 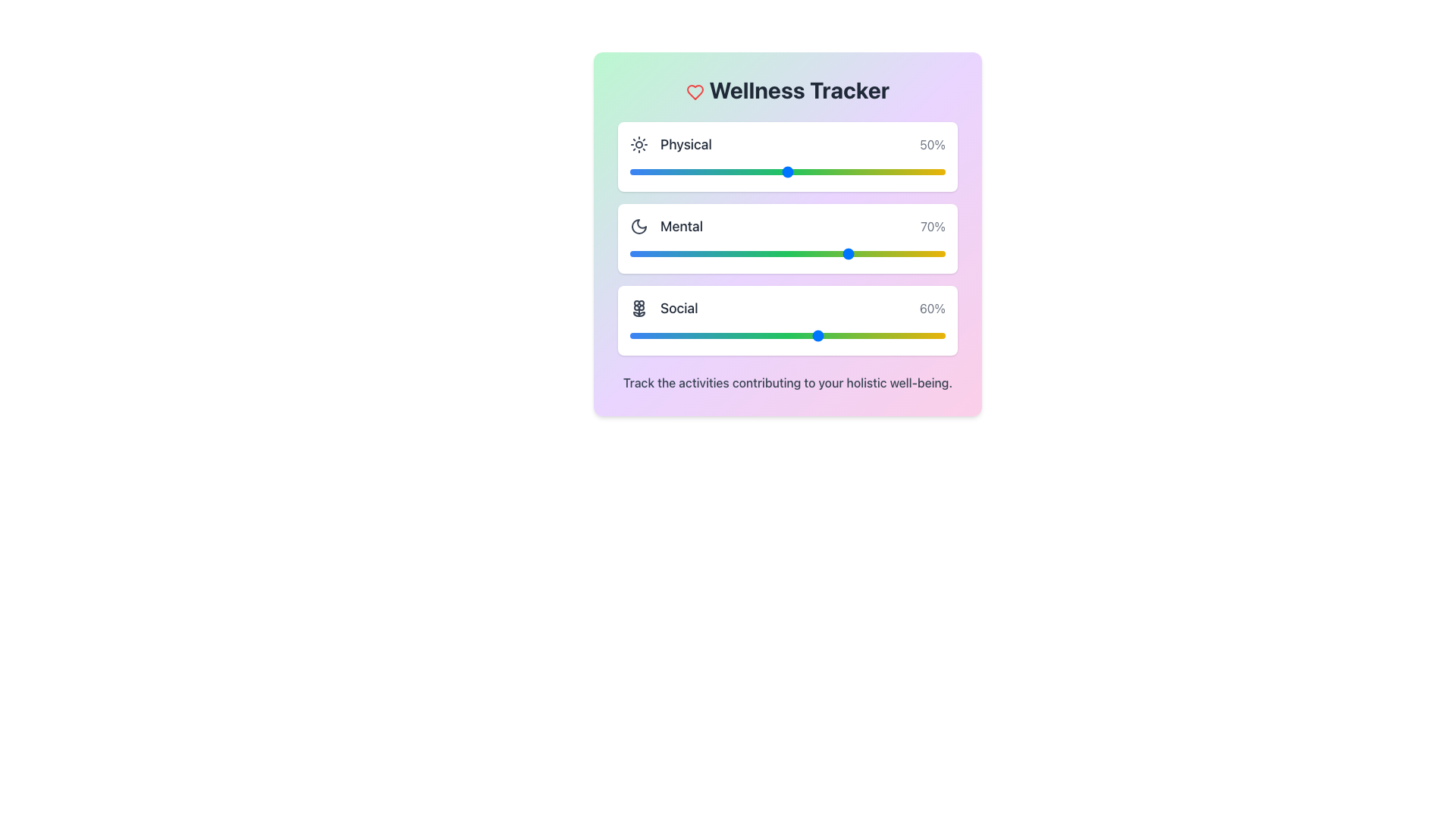 I want to click on the social tracker slider, so click(x=873, y=335).